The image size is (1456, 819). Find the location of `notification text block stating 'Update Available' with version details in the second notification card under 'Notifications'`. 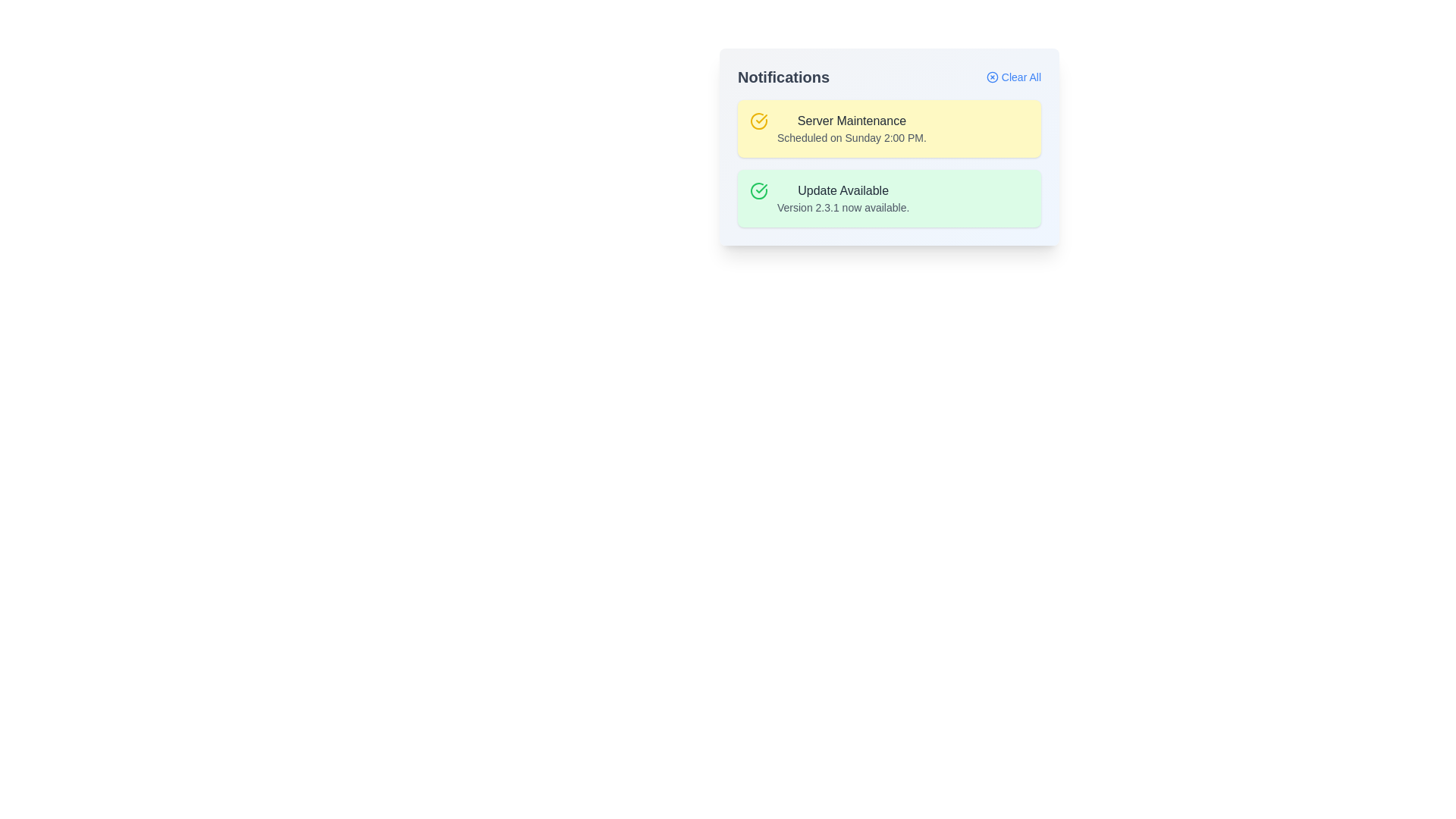

notification text block stating 'Update Available' with version details in the second notification card under 'Notifications' is located at coordinates (843, 198).